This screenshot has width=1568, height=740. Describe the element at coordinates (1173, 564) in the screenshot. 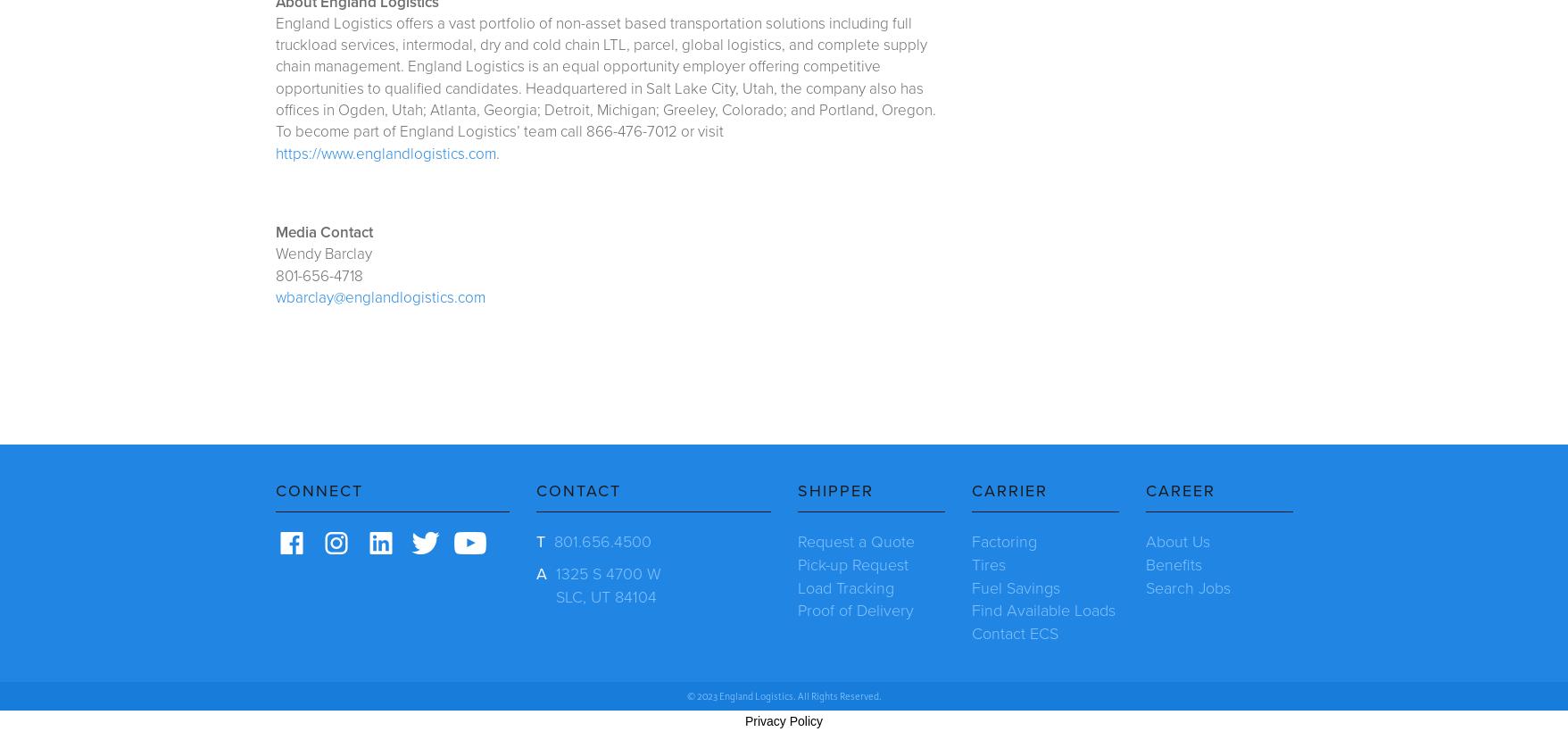

I see `'Benefits'` at that location.